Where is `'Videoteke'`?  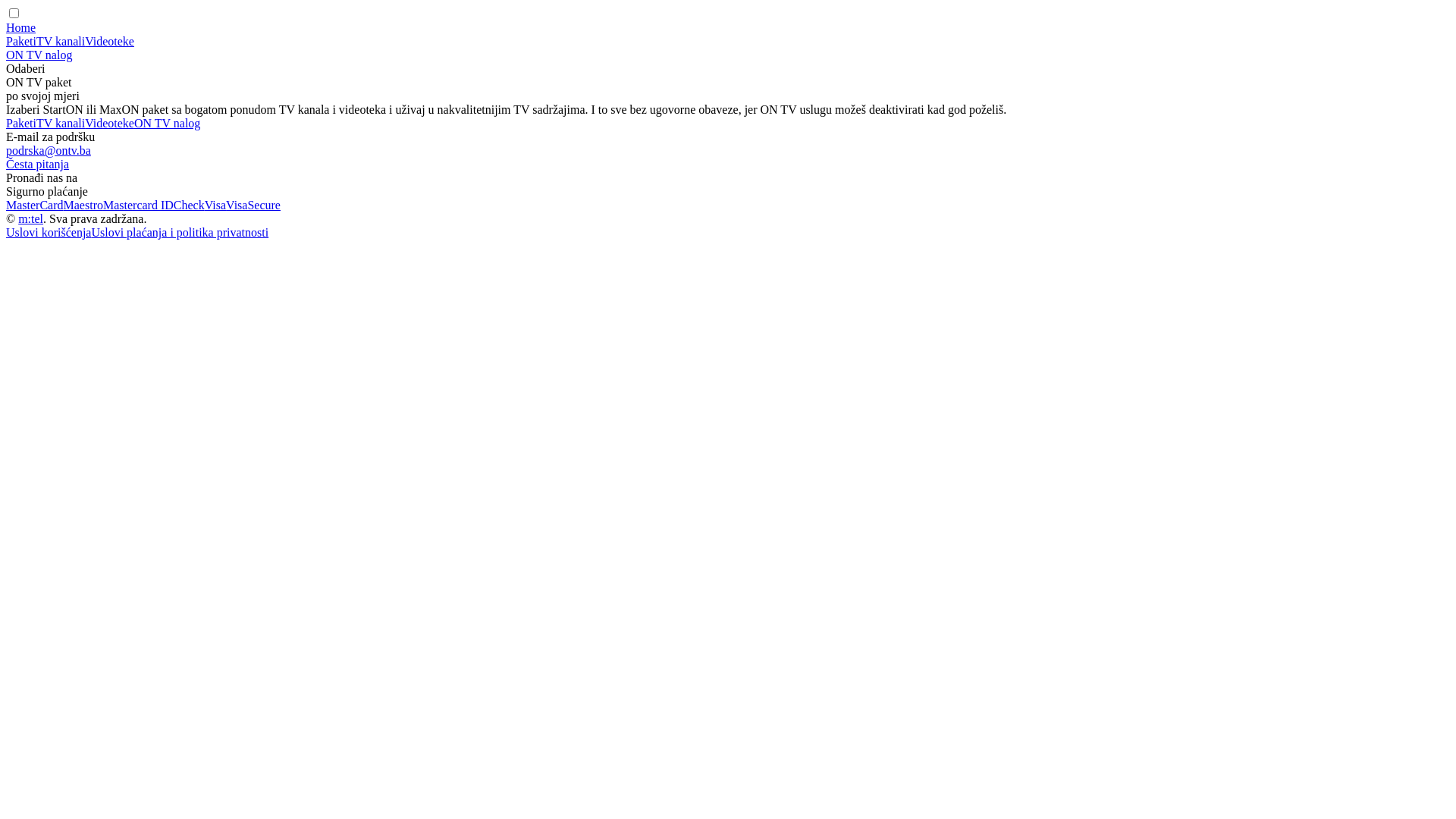 'Videoteke' is located at coordinates (108, 122).